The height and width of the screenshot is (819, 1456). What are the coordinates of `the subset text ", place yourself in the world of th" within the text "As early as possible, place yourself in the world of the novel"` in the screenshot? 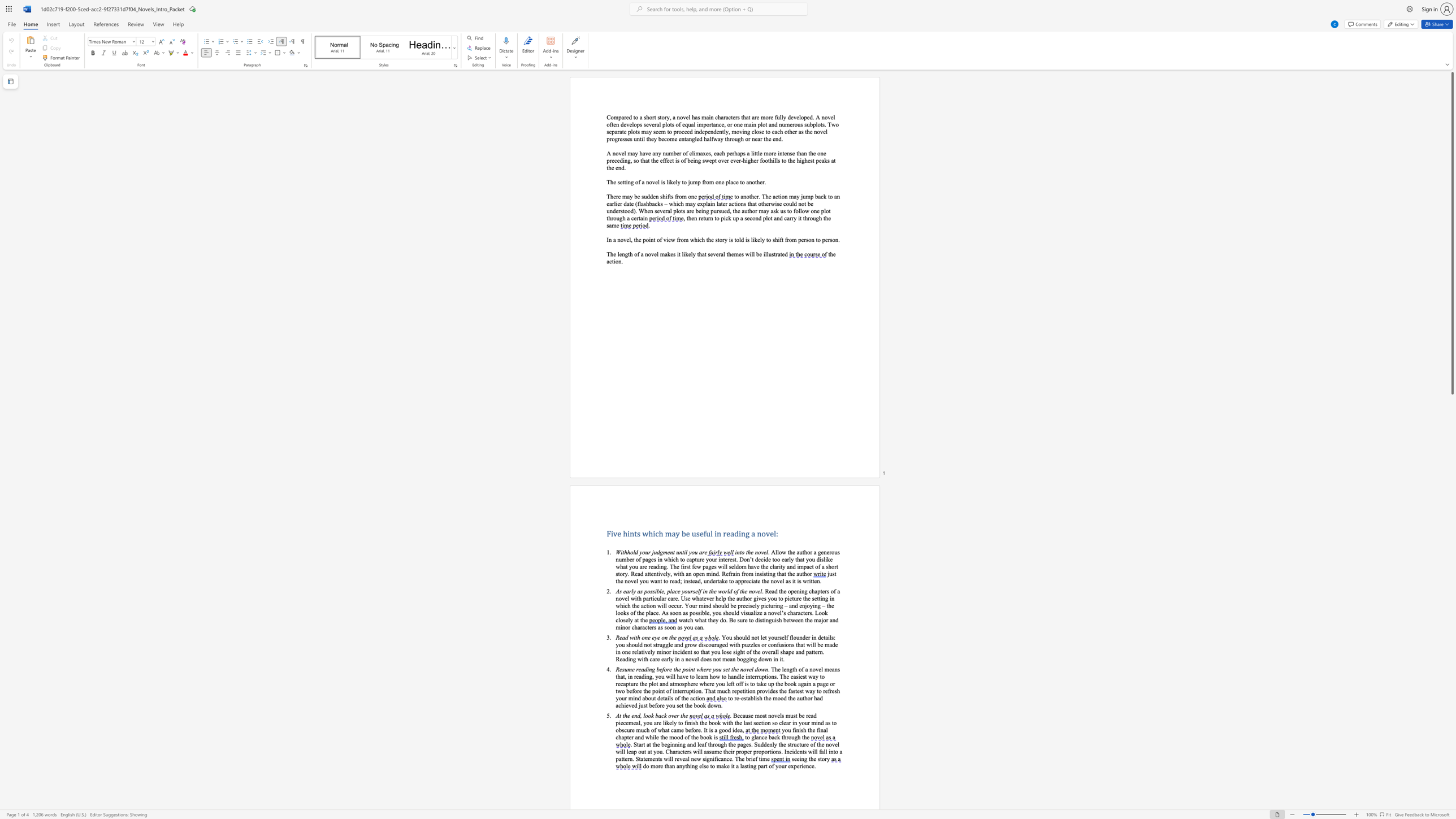 It's located at (663, 590).